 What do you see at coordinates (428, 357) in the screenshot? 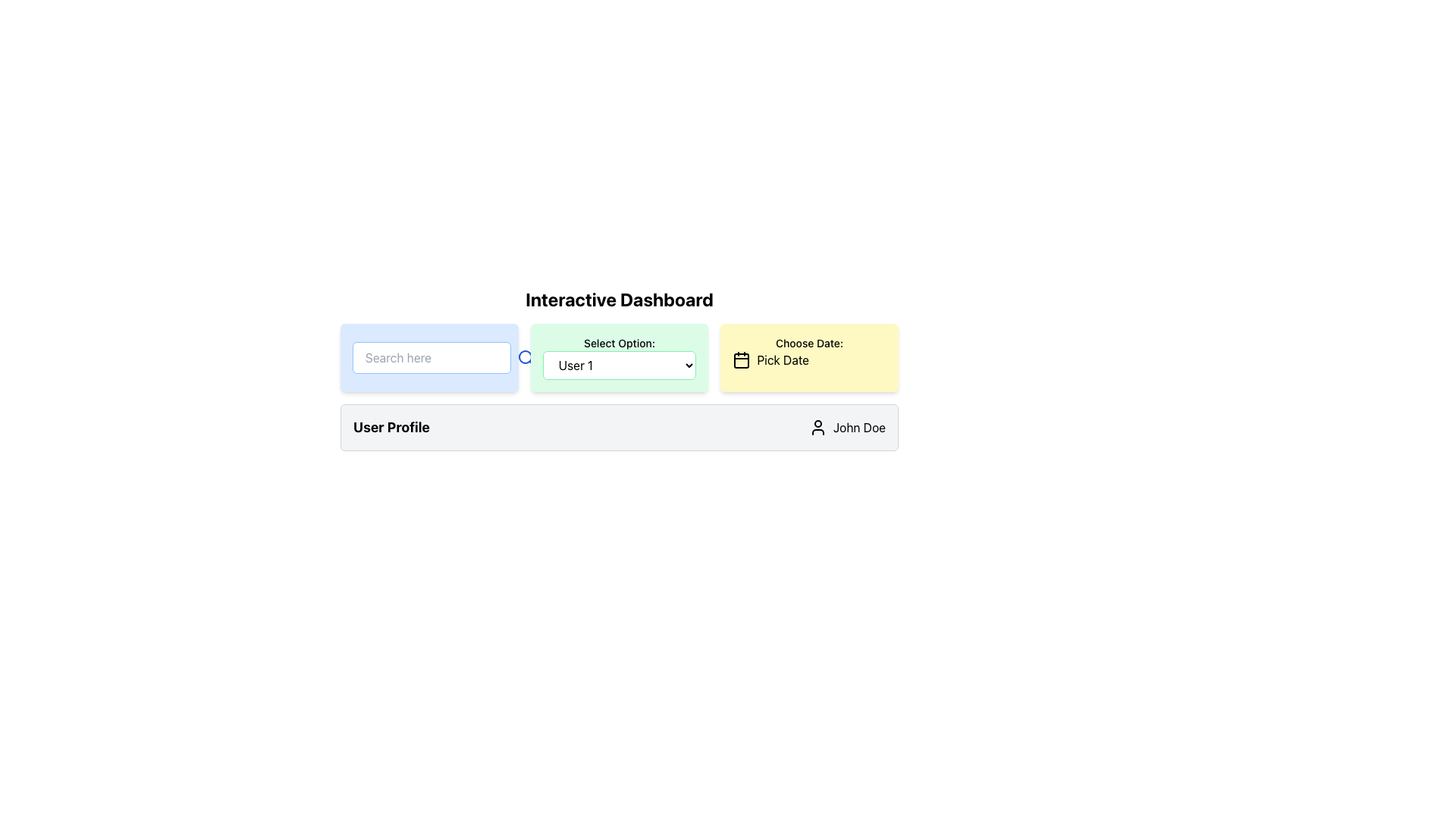
I see `the first text input field on the dashboard, which has a placeholder 'Search here'` at bounding box center [428, 357].